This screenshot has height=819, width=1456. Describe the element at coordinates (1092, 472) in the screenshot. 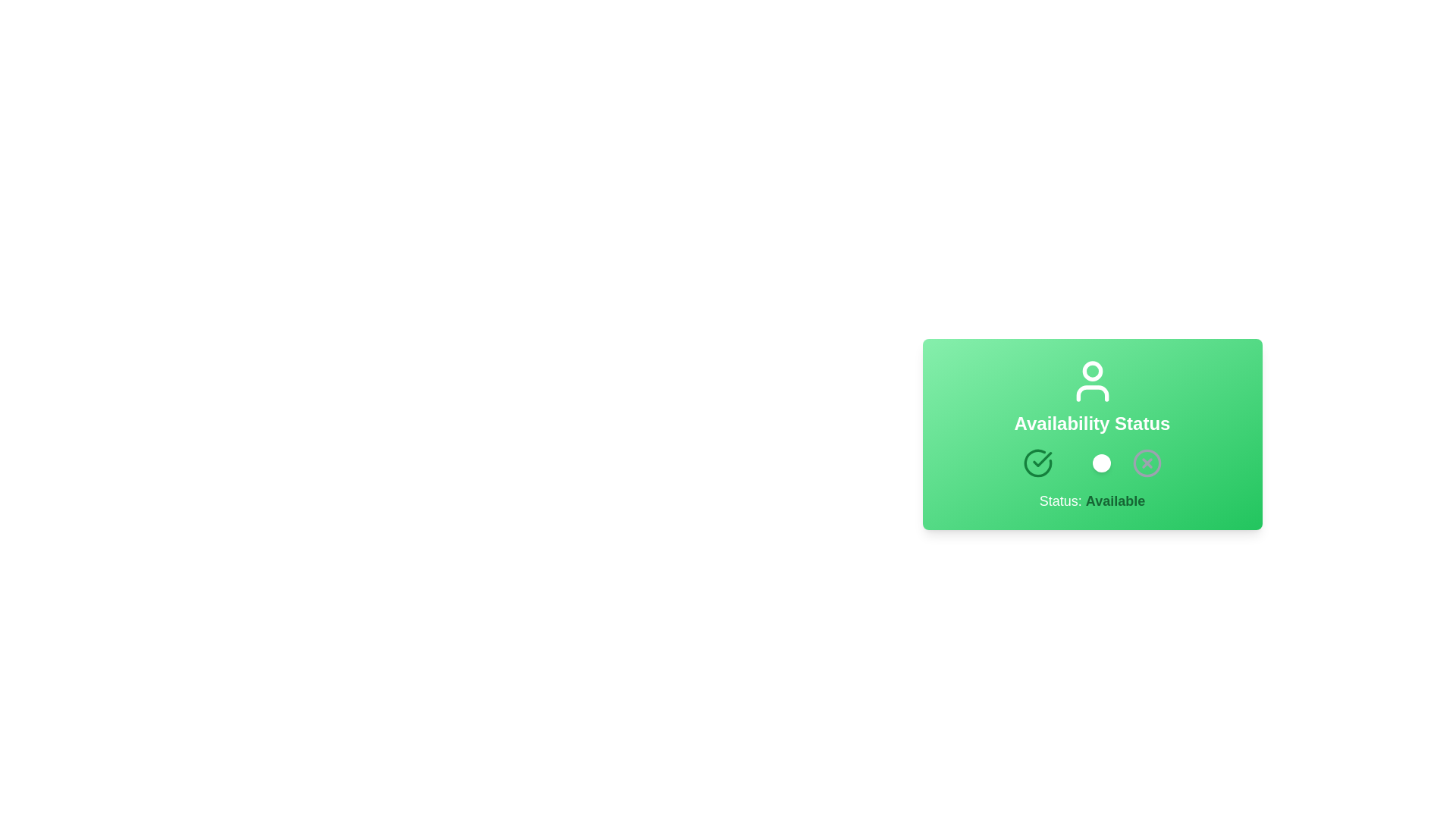

I see `the toggle switch located` at that location.